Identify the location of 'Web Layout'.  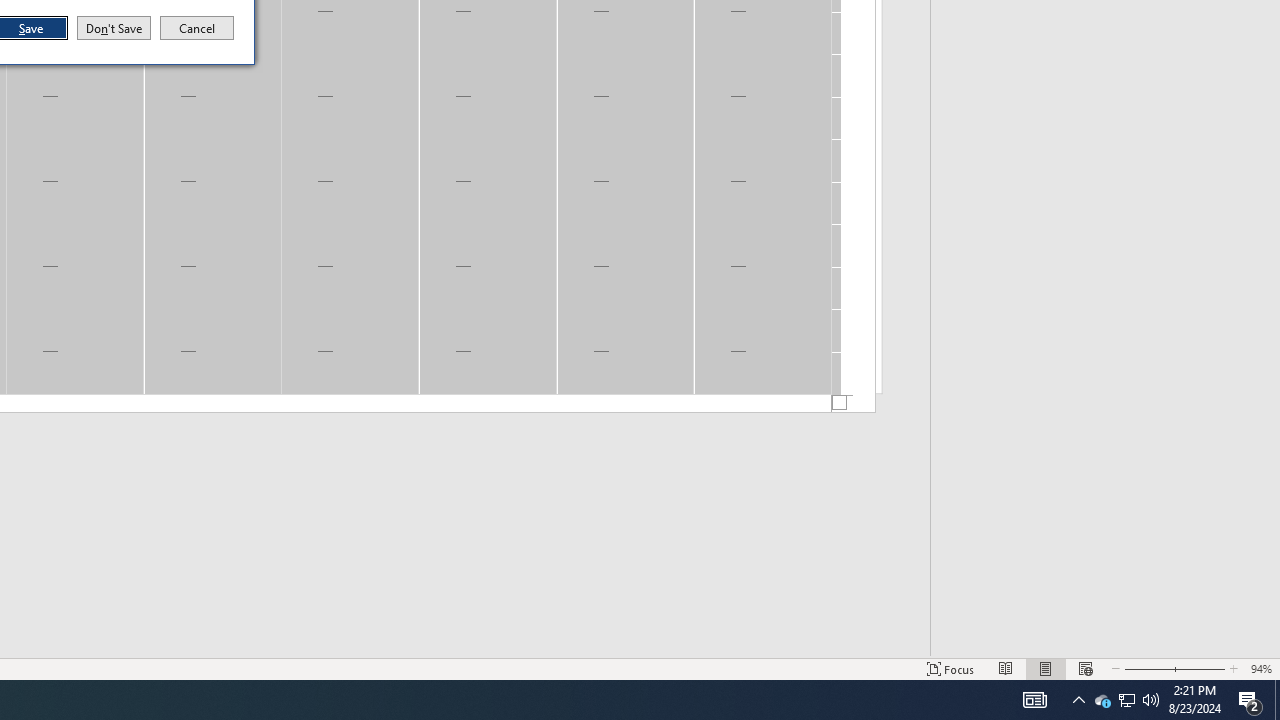
(1085, 669).